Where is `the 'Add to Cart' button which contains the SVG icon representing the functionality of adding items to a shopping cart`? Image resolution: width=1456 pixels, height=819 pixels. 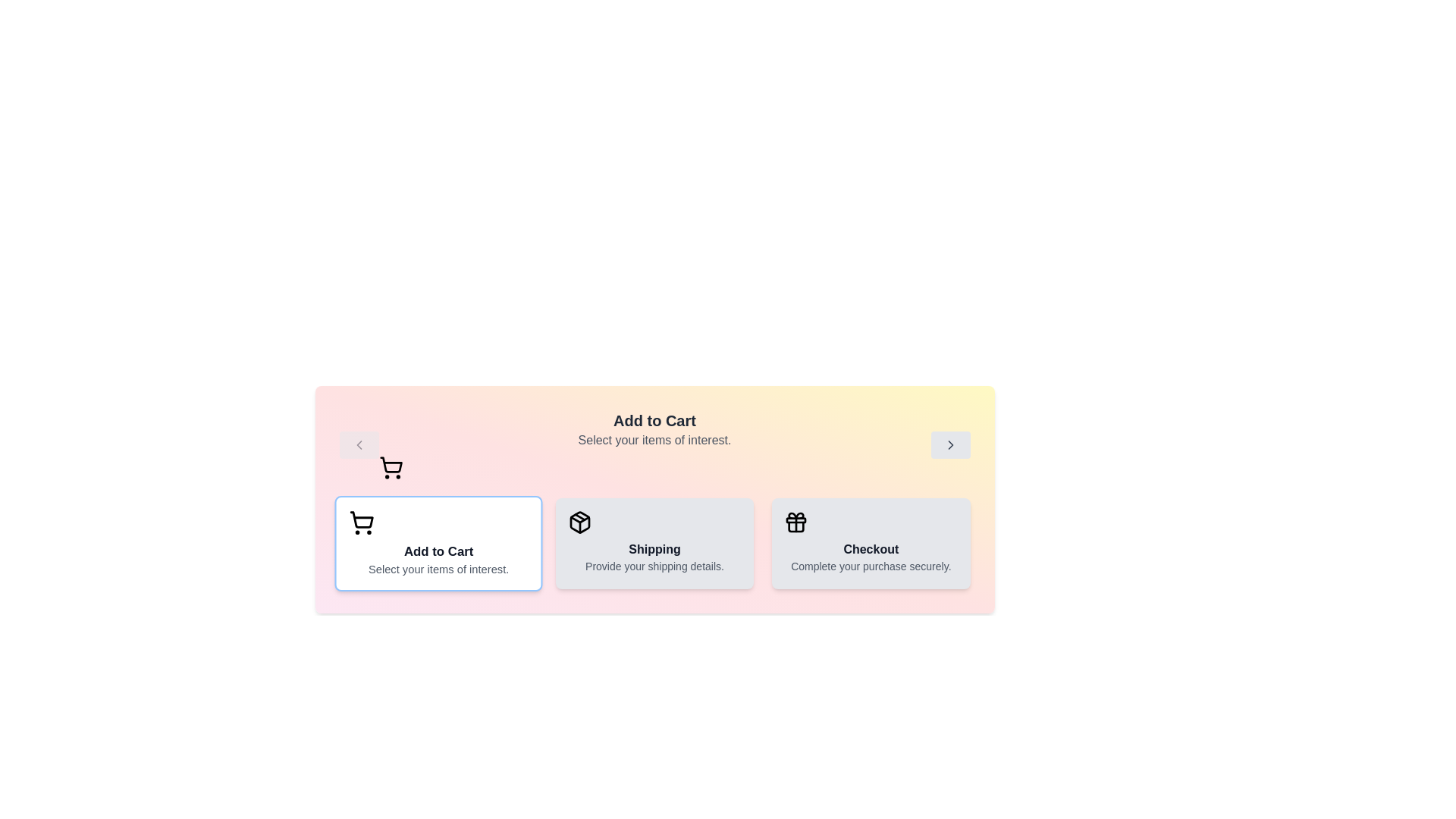 the 'Add to Cart' button which contains the SVG icon representing the functionality of adding items to a shopping cart is located at coordinates (360, 519).